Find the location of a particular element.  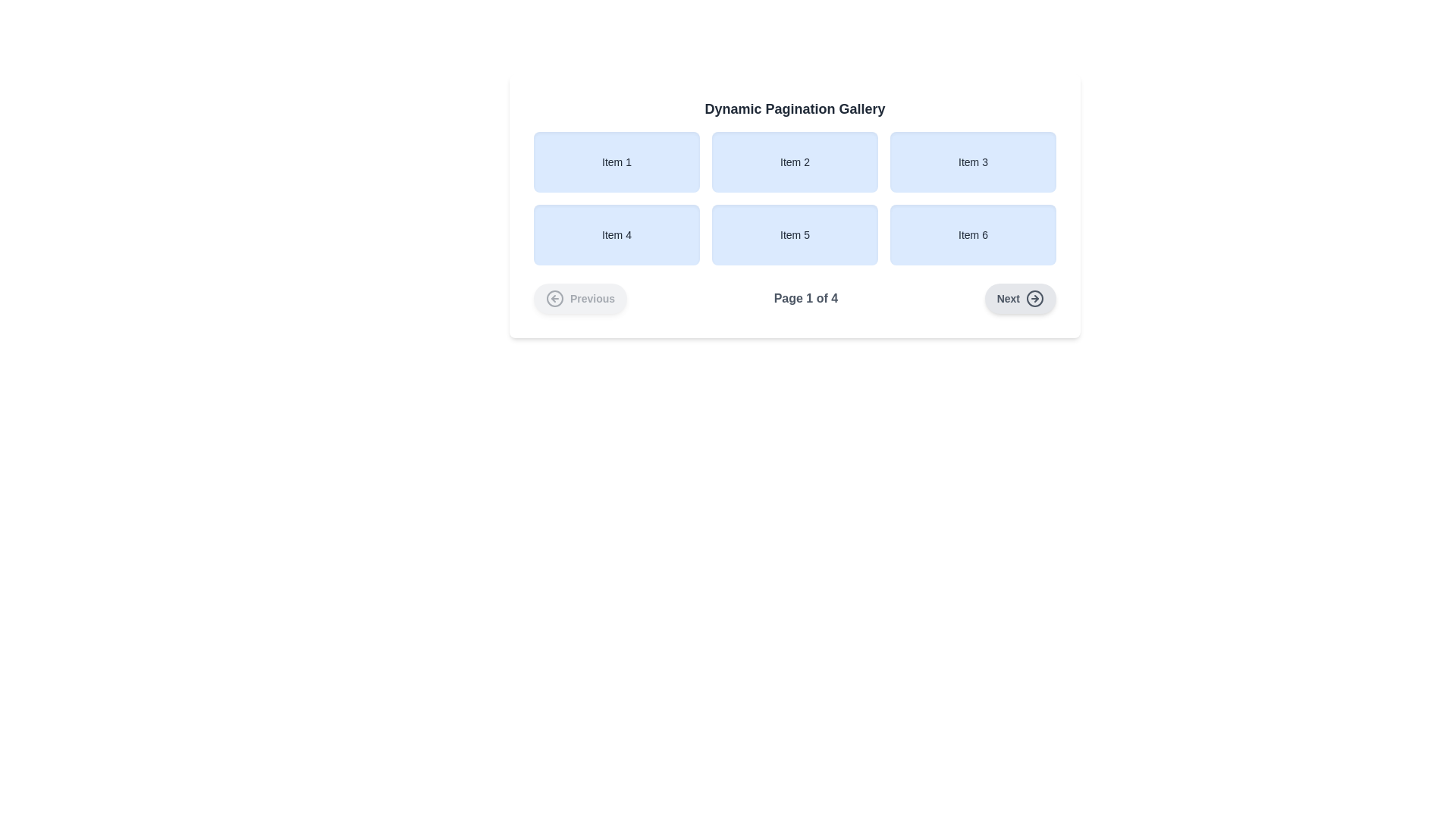

the static card displaying 'Item 5', which is located in the second row and second column of a 2x3 grid layout is located at coordinates (794, 234).